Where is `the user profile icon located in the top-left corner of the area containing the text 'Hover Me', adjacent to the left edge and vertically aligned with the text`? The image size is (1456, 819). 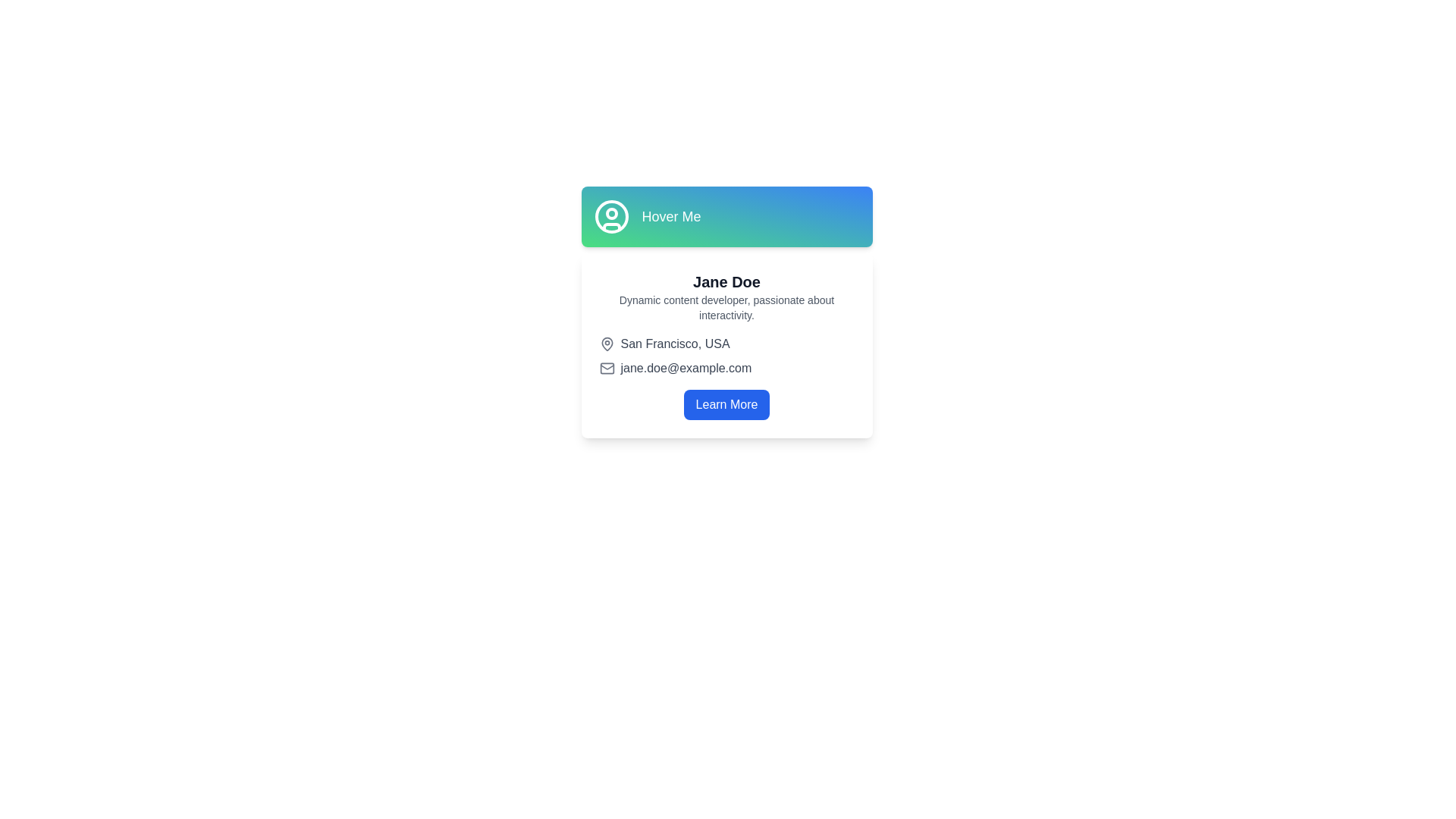 the user profile icon located in the top-left corner of the area containing the text 'Hover Me', adjacent to the left edge and vertically aligned with the text is located at coordinates (611, 216).